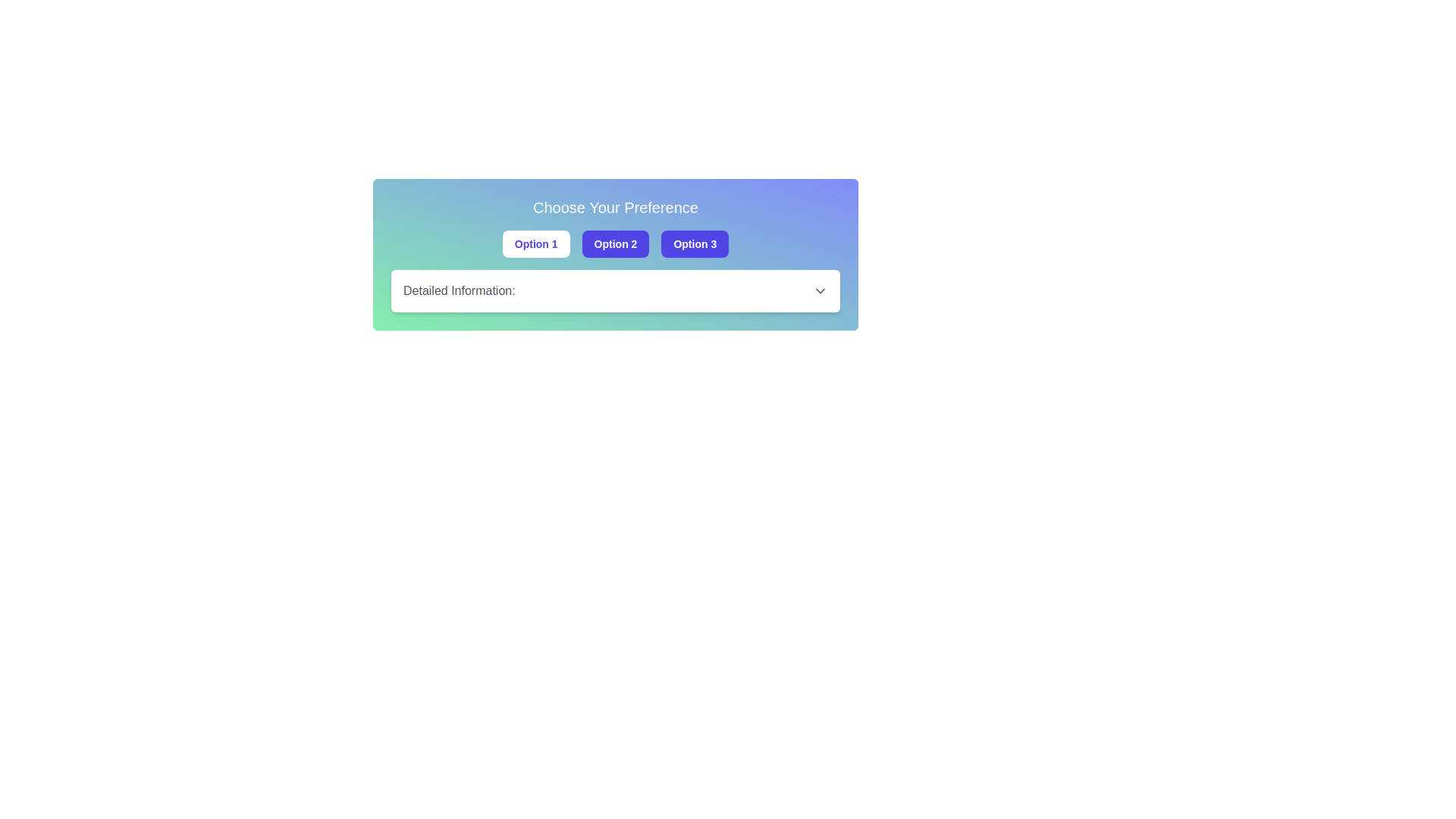 This screenshot has height=819, width=1456. What do you see at coordinates (536, 243) in the screenshot?
I see `the 'Option 1' button, which is a rectangular button with a white background and indigo text, styled in bold and slightly smaller font, located slightly left of center in a group of three buttons` at bounding box center [536, 243].